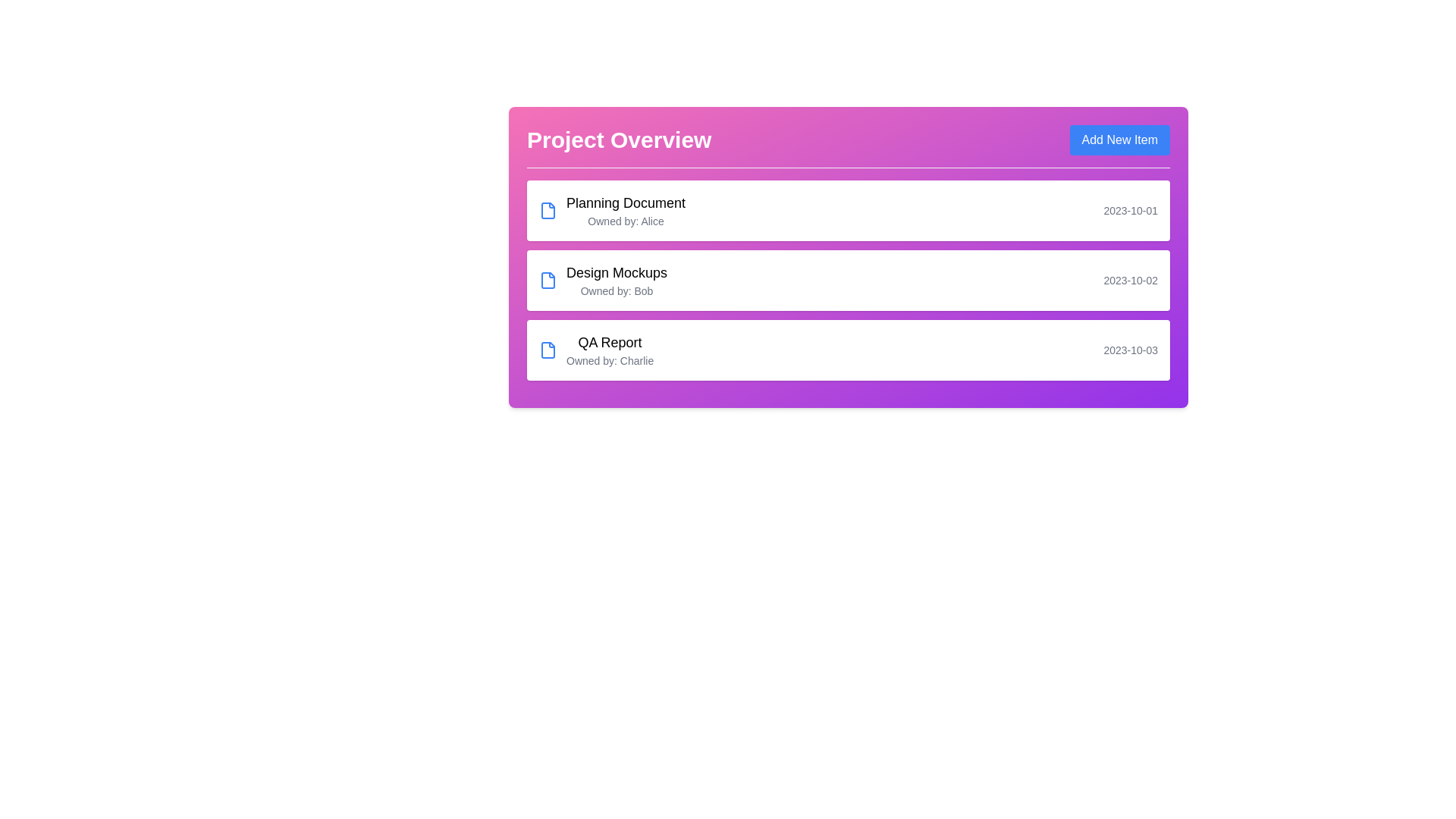  Describe the element at coordinates (548, 281) in the screenshot. I see `the simplified blue document icon with a folded corner, located in the second row of the list, to the left of the text 'Design Mockups Owned by: Bob'` at that location.